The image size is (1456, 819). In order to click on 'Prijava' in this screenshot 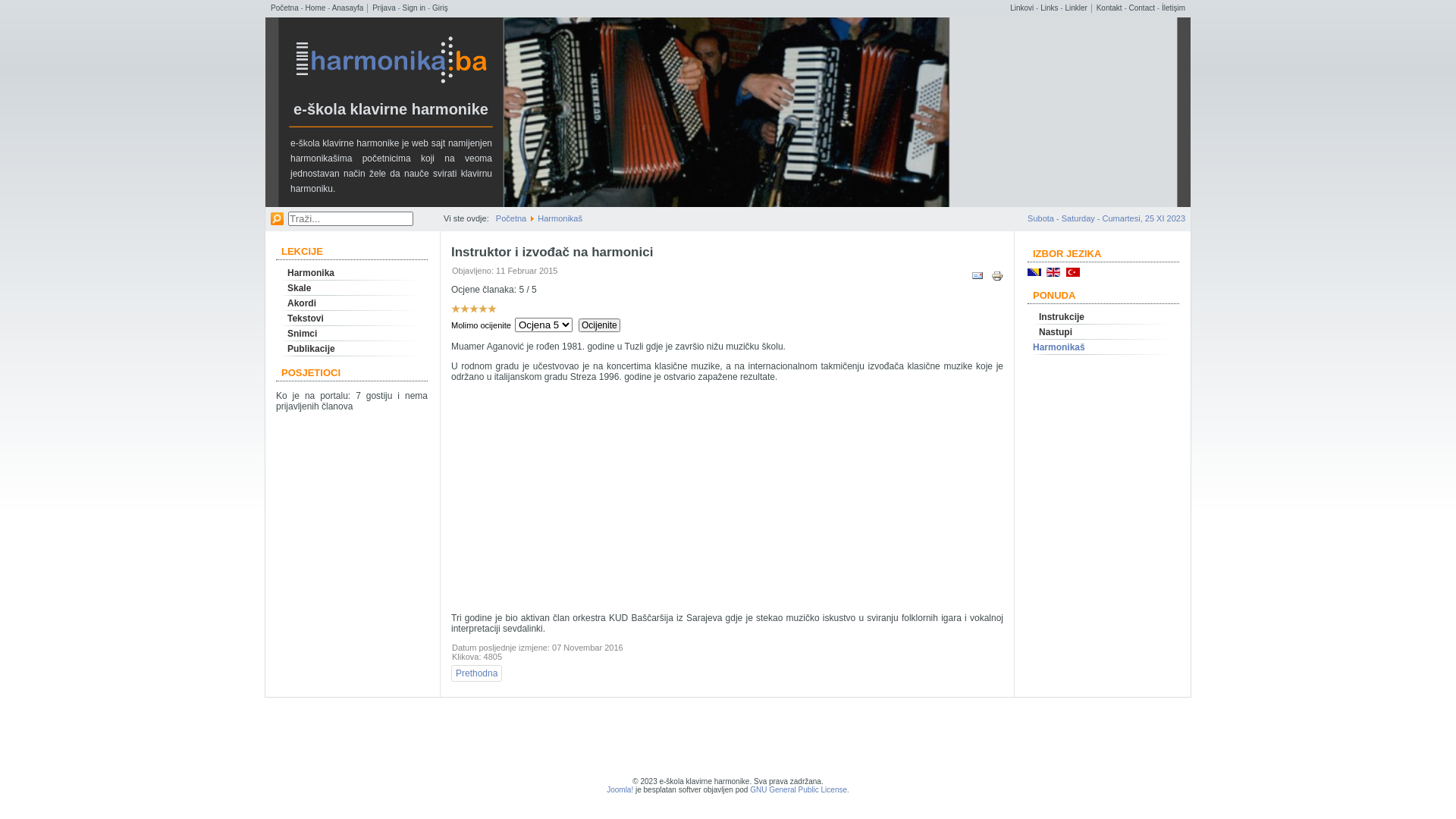, I will do `click(384, 8)`.